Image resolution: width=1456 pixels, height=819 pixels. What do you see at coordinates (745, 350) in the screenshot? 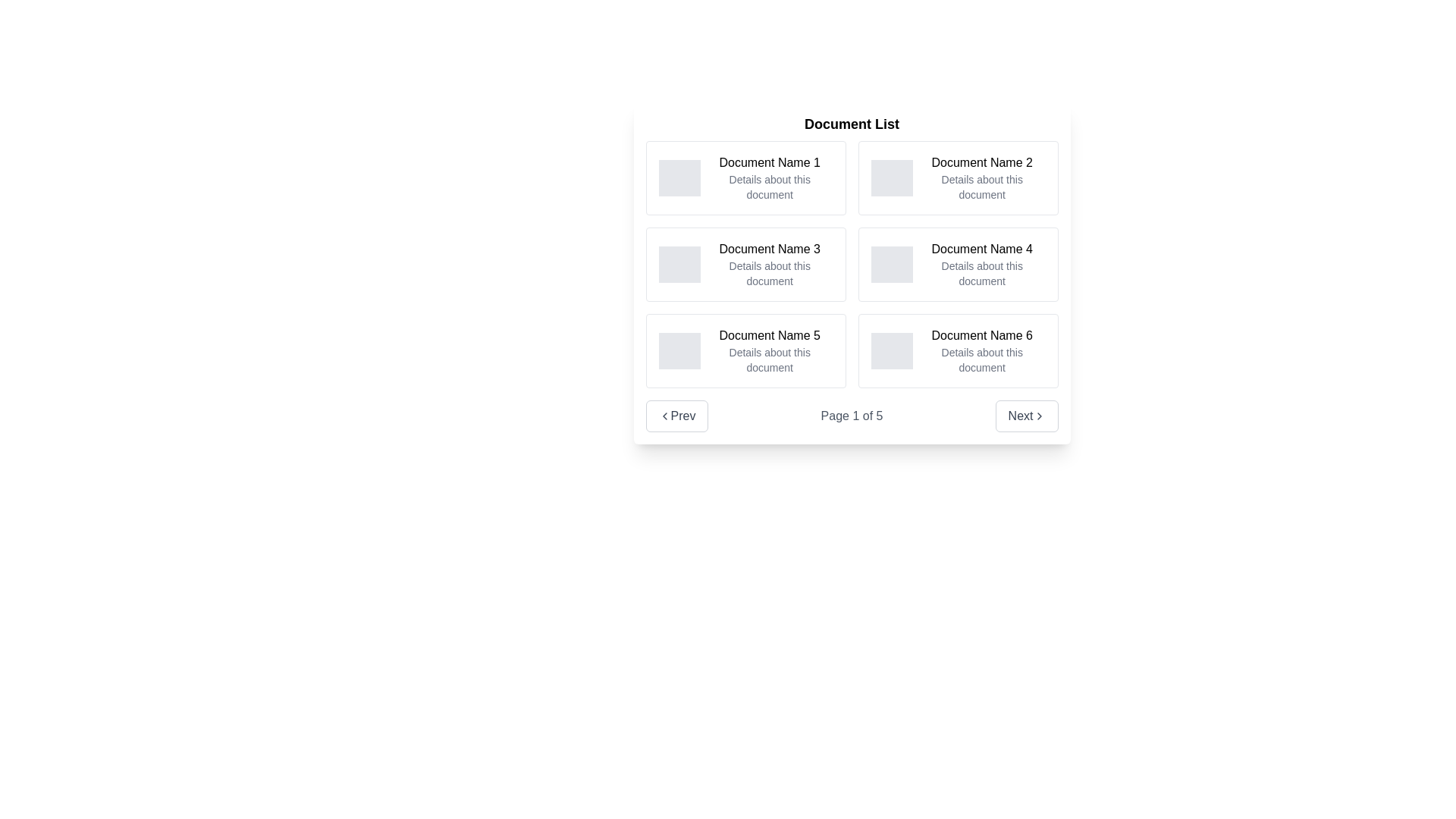
I see `the fifth card component in the bottom-left position of a 2x3 grid layout` at bounding box center [745, 350].